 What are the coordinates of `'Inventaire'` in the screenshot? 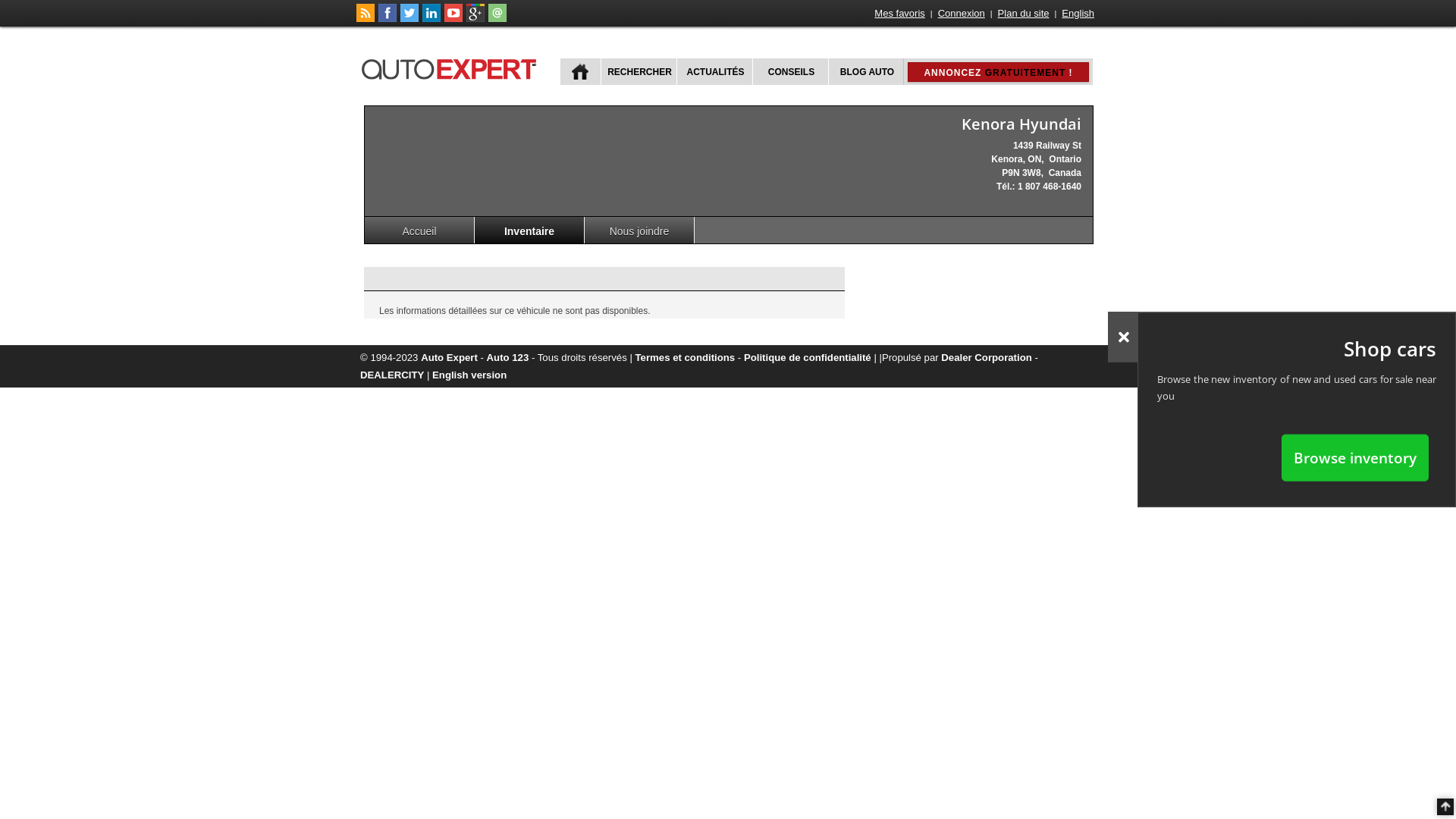 It's located at (529, 230).